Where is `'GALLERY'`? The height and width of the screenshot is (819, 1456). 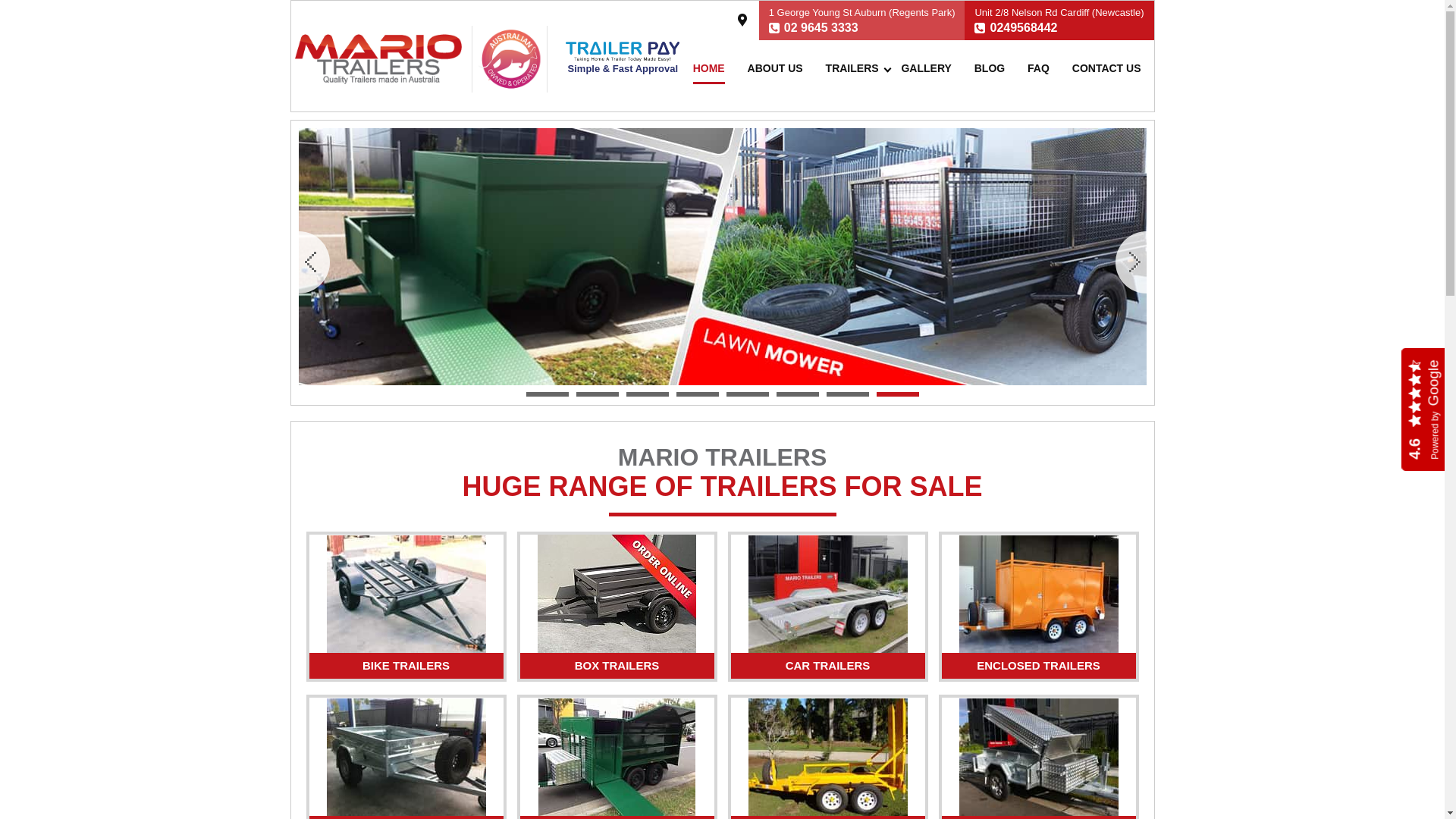
'GALLERY' is located at coordinates (924, 67).